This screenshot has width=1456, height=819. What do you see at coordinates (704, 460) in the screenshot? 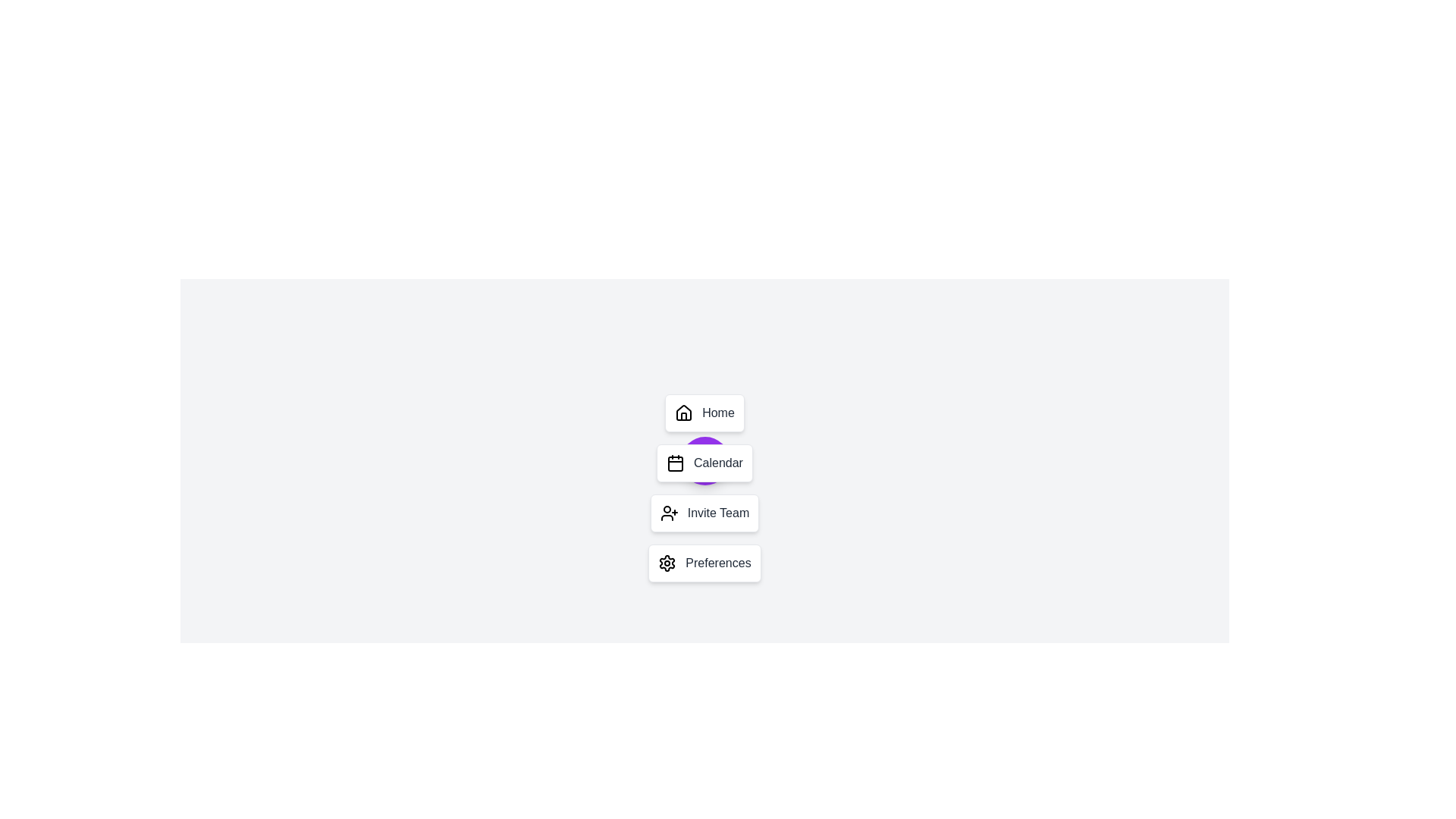
I see `the circular purple button with white accents for accessibility navigation` at bounding box center [704, 460].